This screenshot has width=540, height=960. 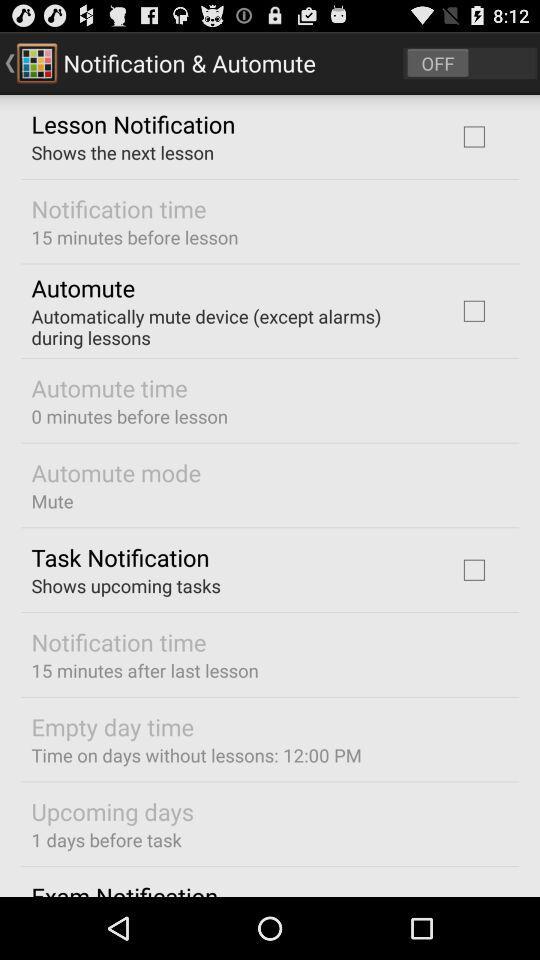 What do you see at coordinates (470, 62) in the screenshot?
I see `go do off` at bounding box center [470, 62].